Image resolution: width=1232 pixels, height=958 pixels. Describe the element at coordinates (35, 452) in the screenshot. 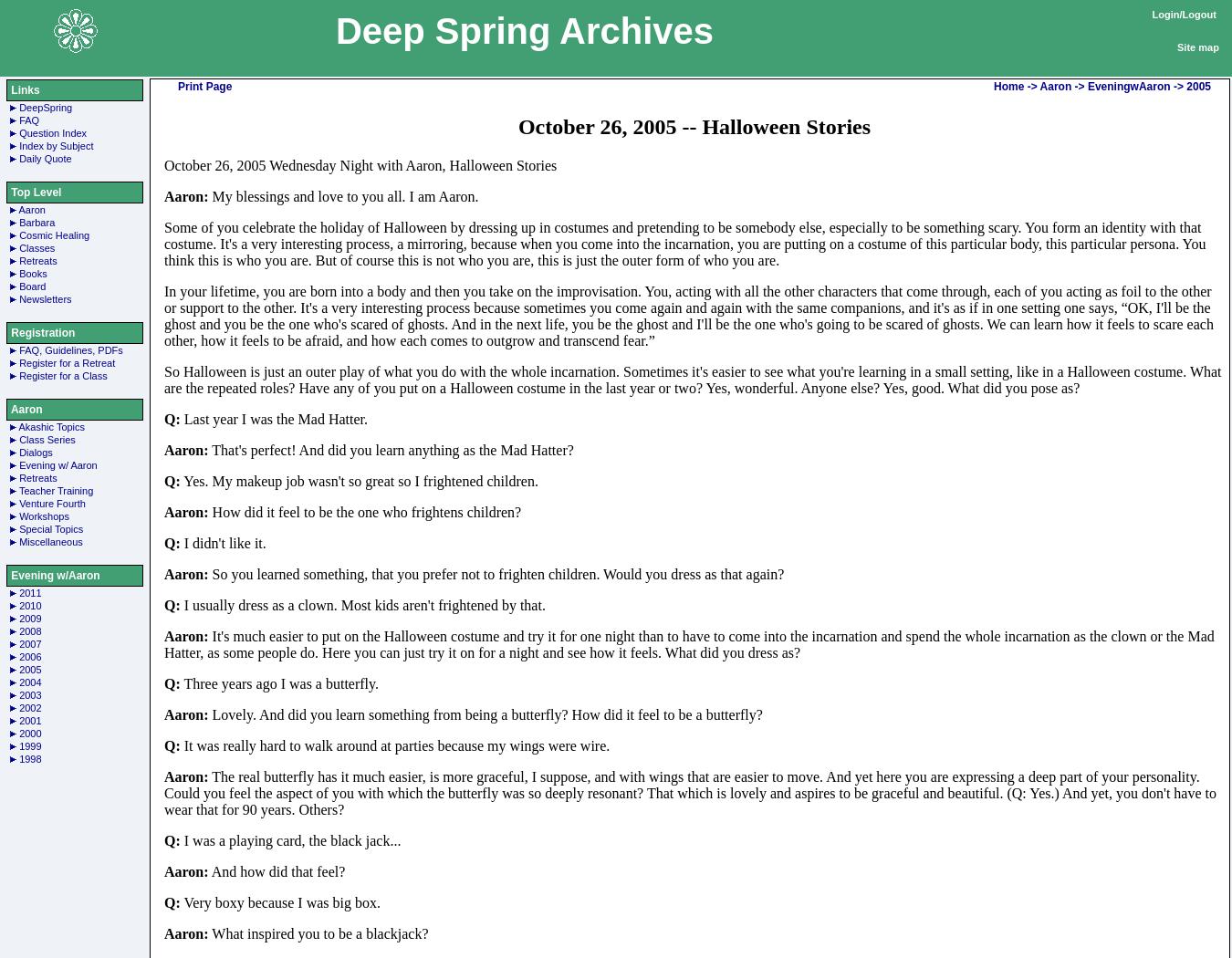

I see `'Dialogs'` at that location.